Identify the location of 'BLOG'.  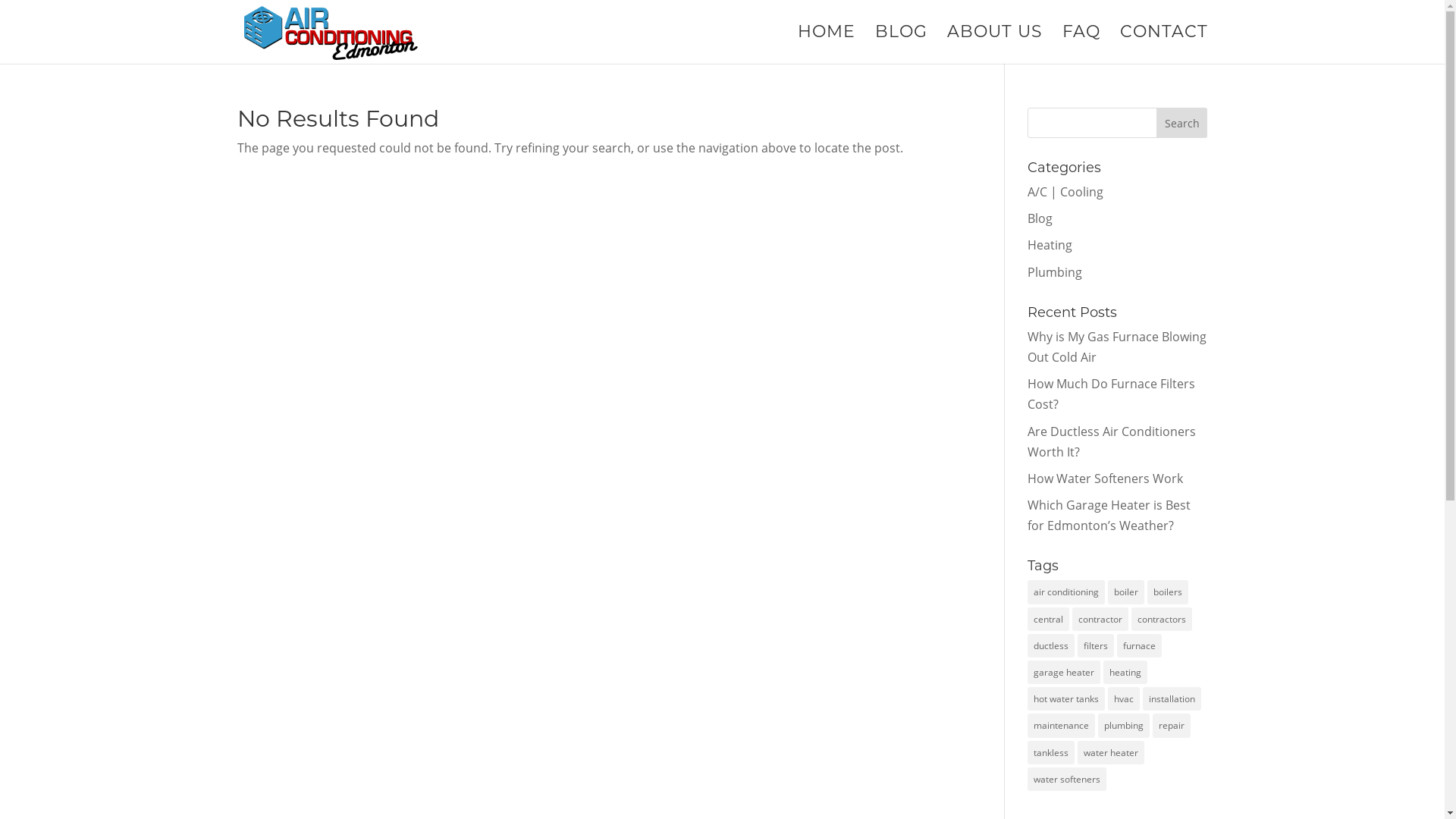
(901, 44).